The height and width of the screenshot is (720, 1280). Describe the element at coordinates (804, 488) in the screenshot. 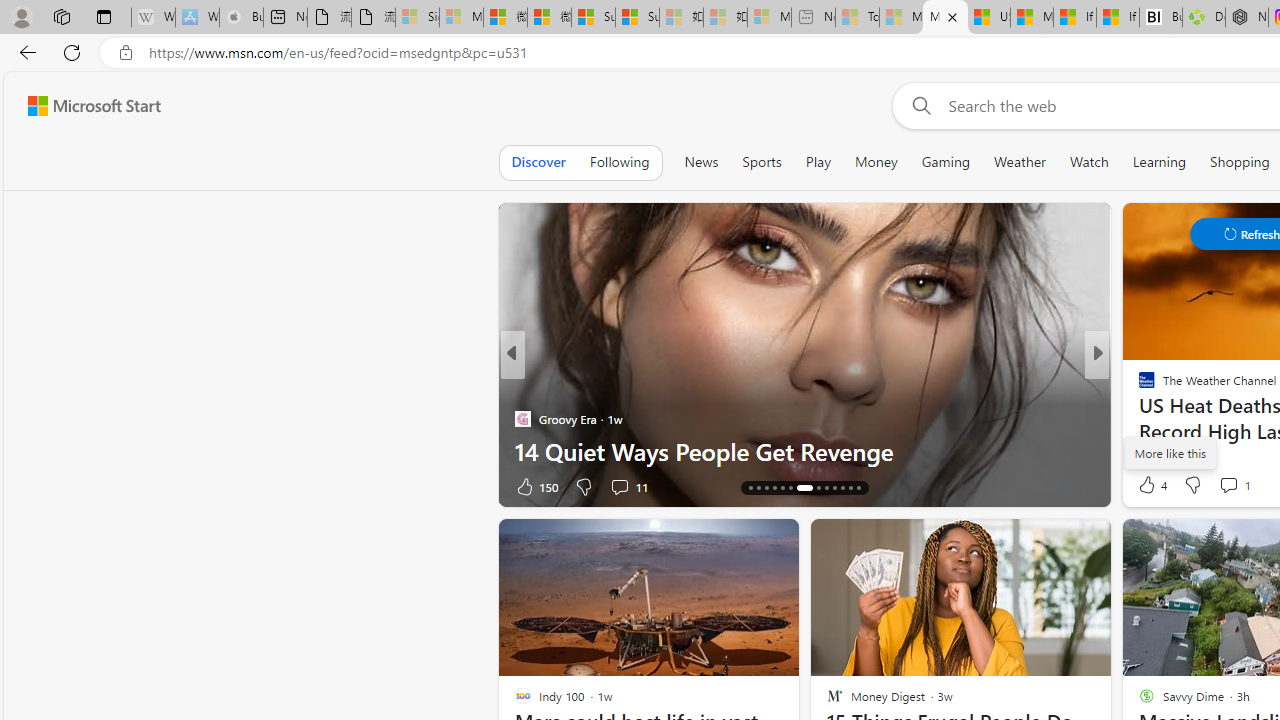

I see `'AutomationID: tab-20'` at that location.